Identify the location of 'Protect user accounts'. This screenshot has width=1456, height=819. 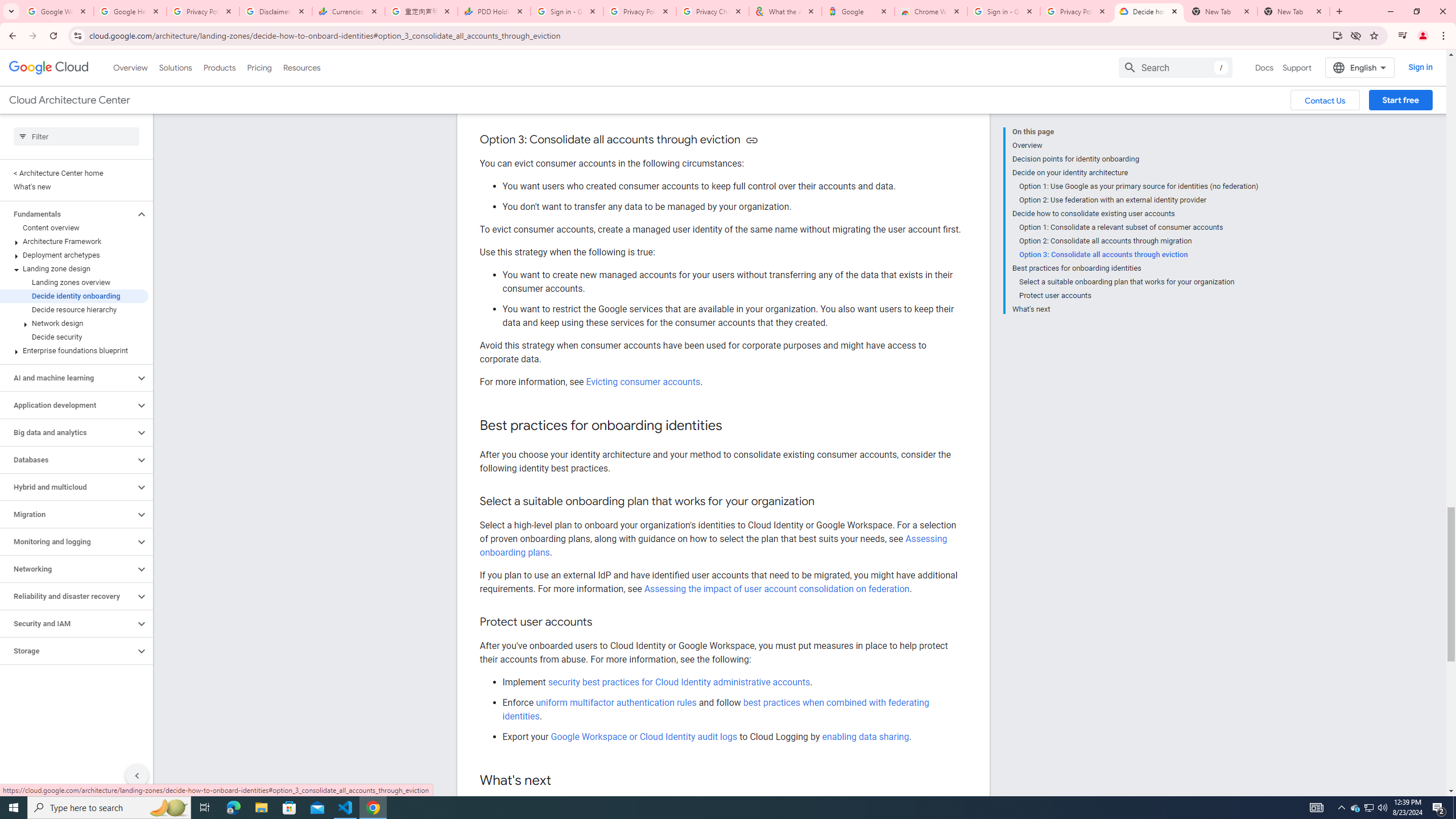
(1138, 295).